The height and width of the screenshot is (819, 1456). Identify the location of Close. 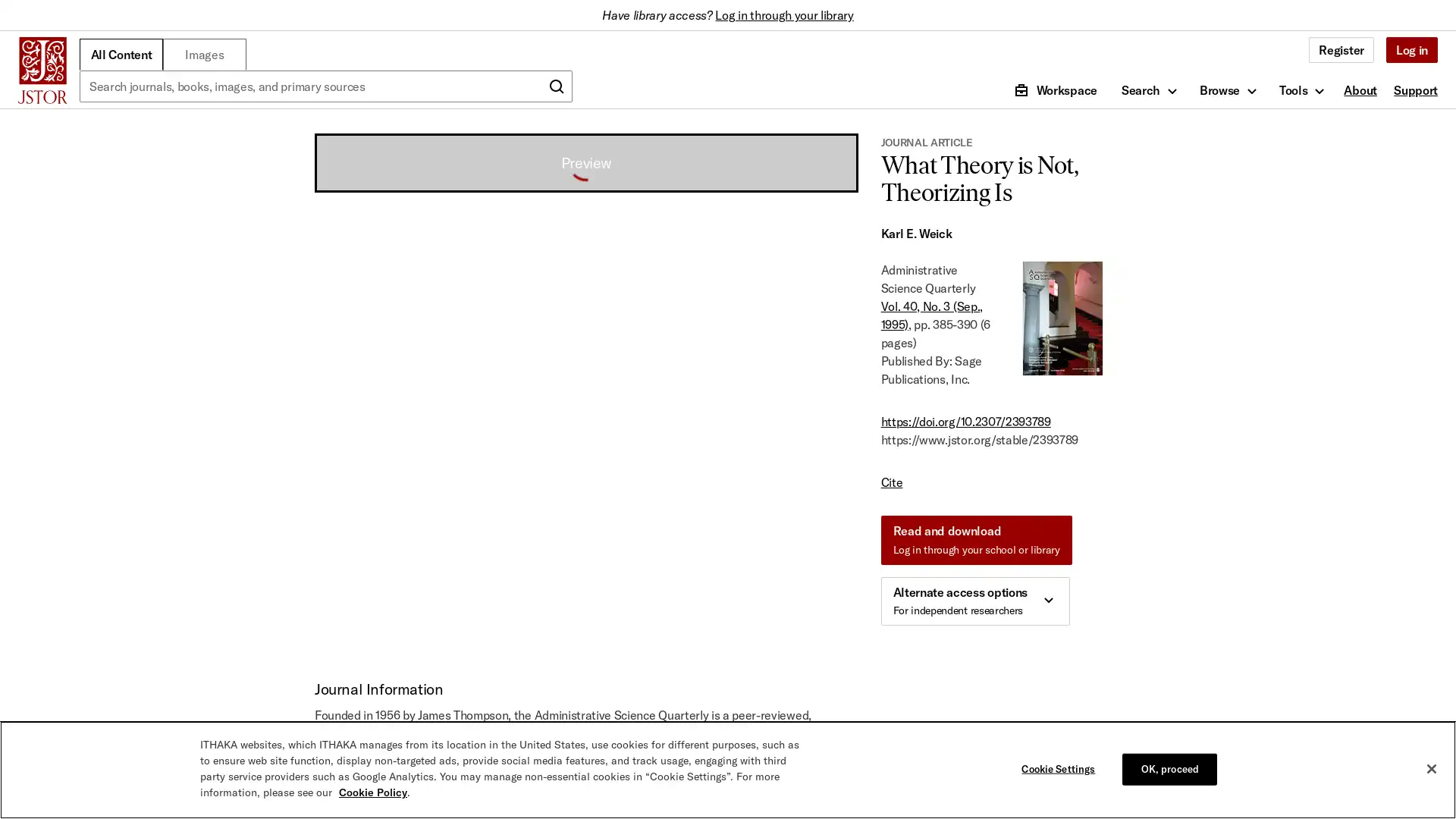
(1430, 769).